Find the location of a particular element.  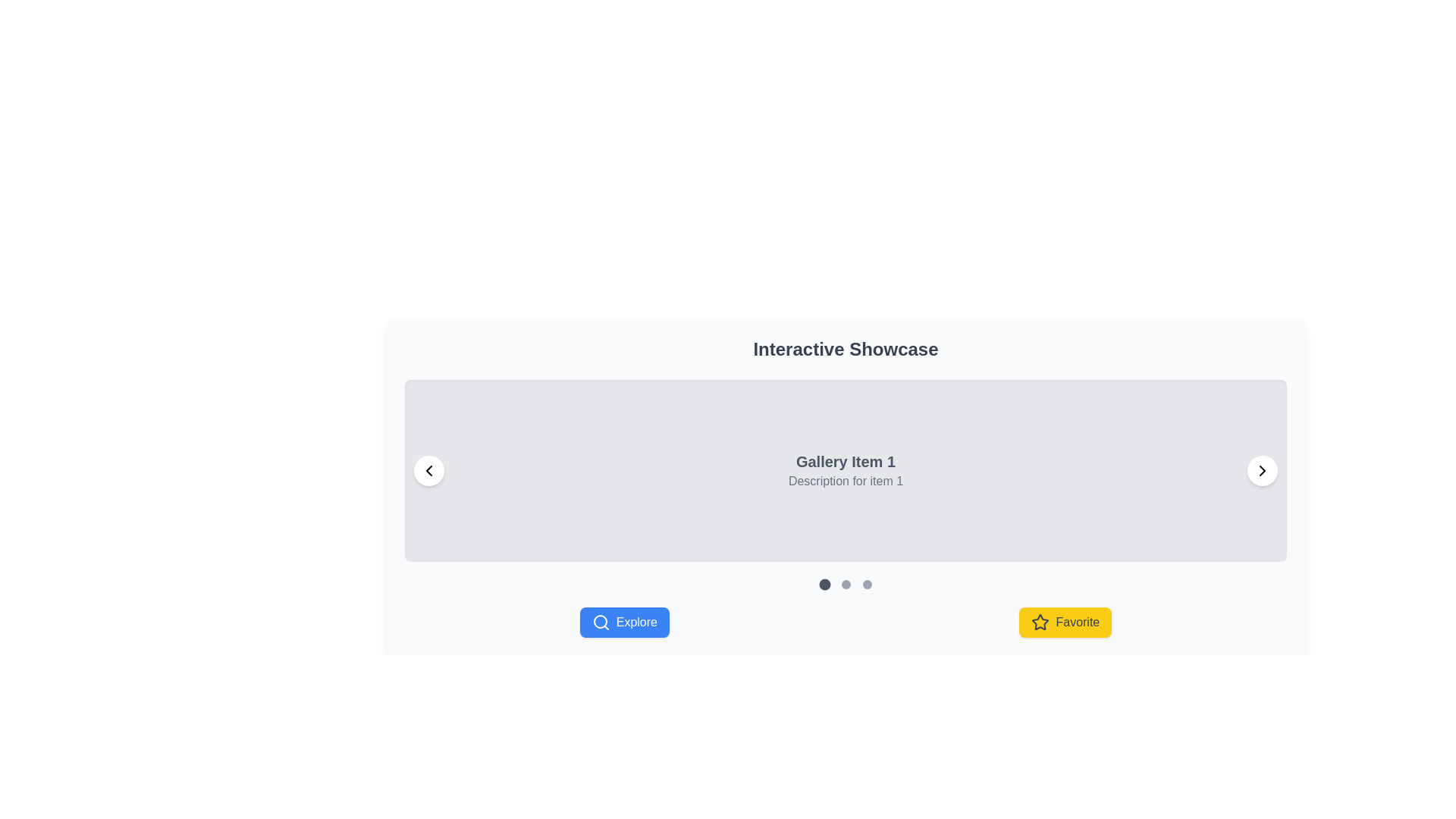

the 'Favorite' button to mark an item as a favorite or remove it from the favorites list is located at coordinates (1040, 622).